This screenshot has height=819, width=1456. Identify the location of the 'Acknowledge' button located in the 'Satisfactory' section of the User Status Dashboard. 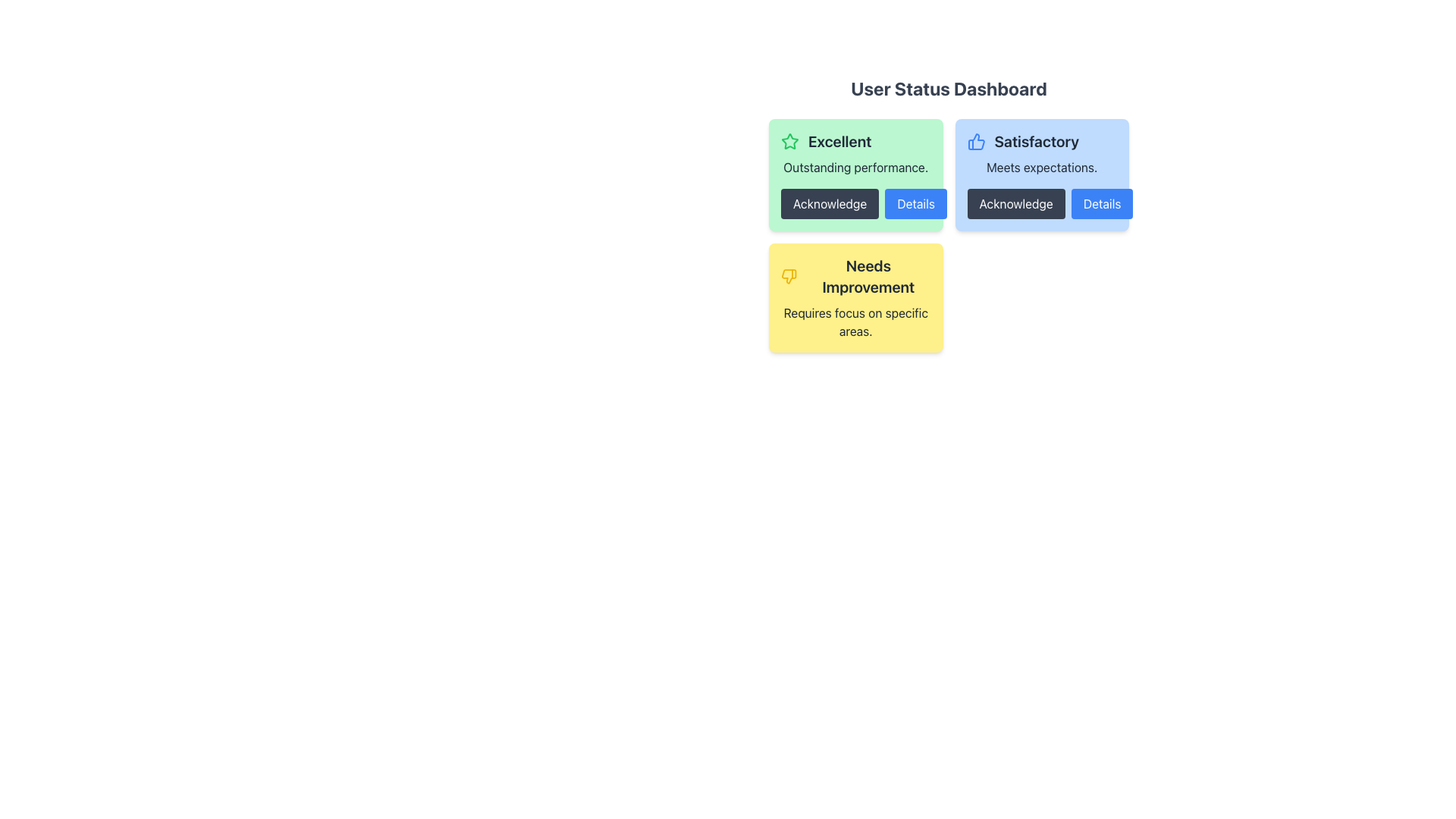
(1041, 203).